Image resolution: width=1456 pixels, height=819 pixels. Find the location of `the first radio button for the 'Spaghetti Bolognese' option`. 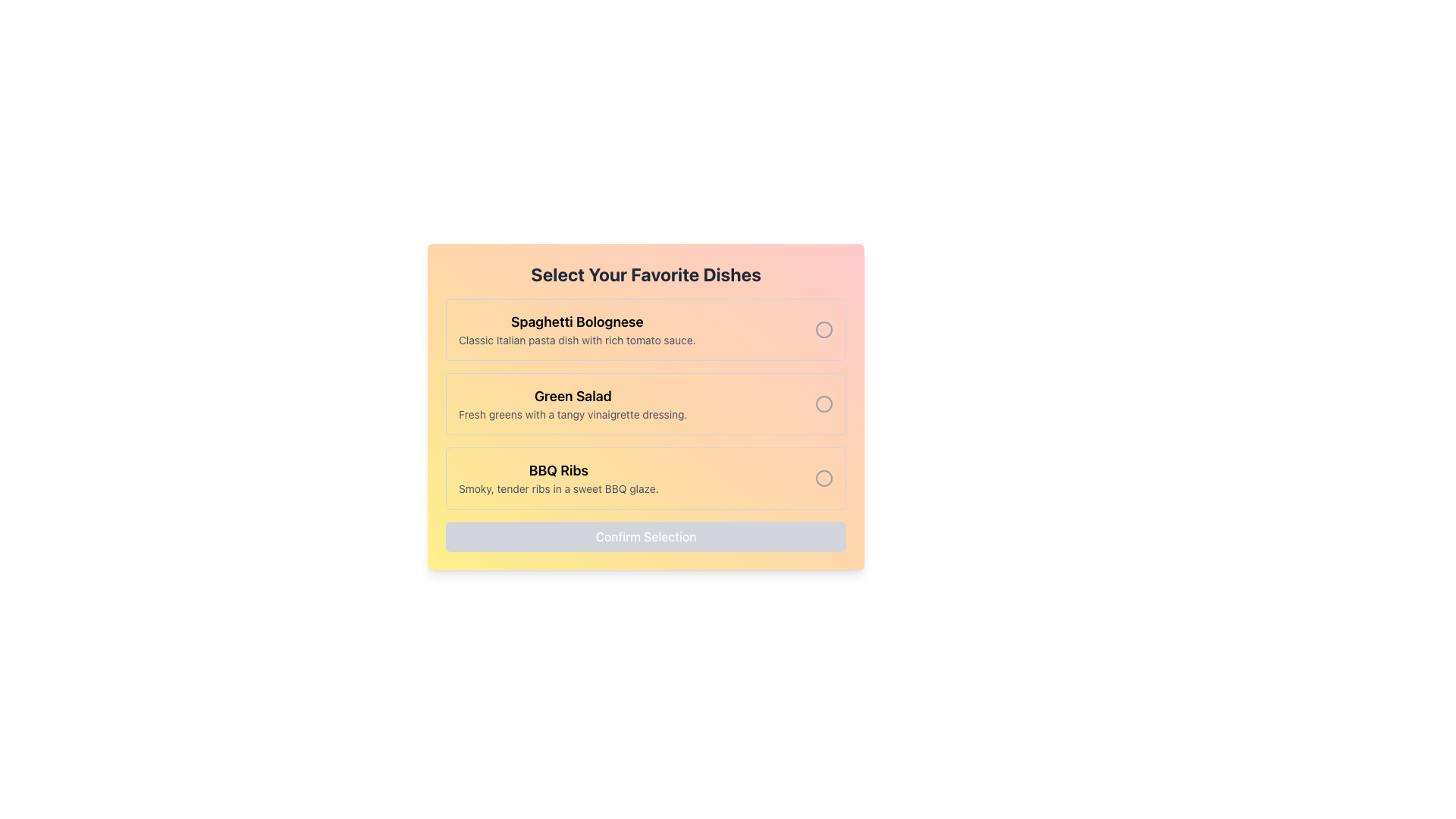

the first radio button for the 'Spaghetti Bolognese' option is located at coordinates (823, 329).